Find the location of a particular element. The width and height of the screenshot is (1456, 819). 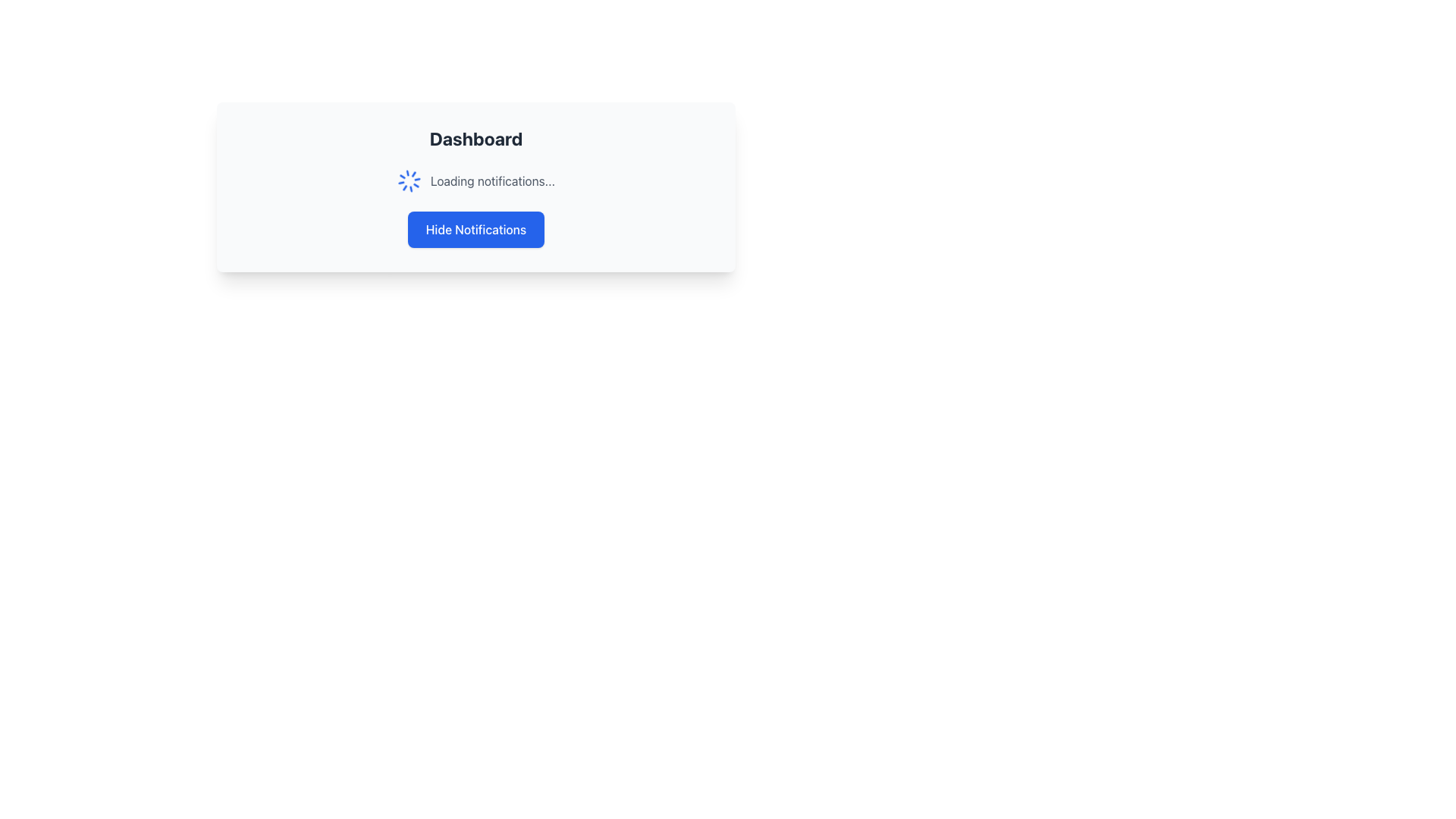

the animated blue circular loader icon indicating loading status, located to the left of the text 'Loading notifications...' is located at coordinates (409, 180).